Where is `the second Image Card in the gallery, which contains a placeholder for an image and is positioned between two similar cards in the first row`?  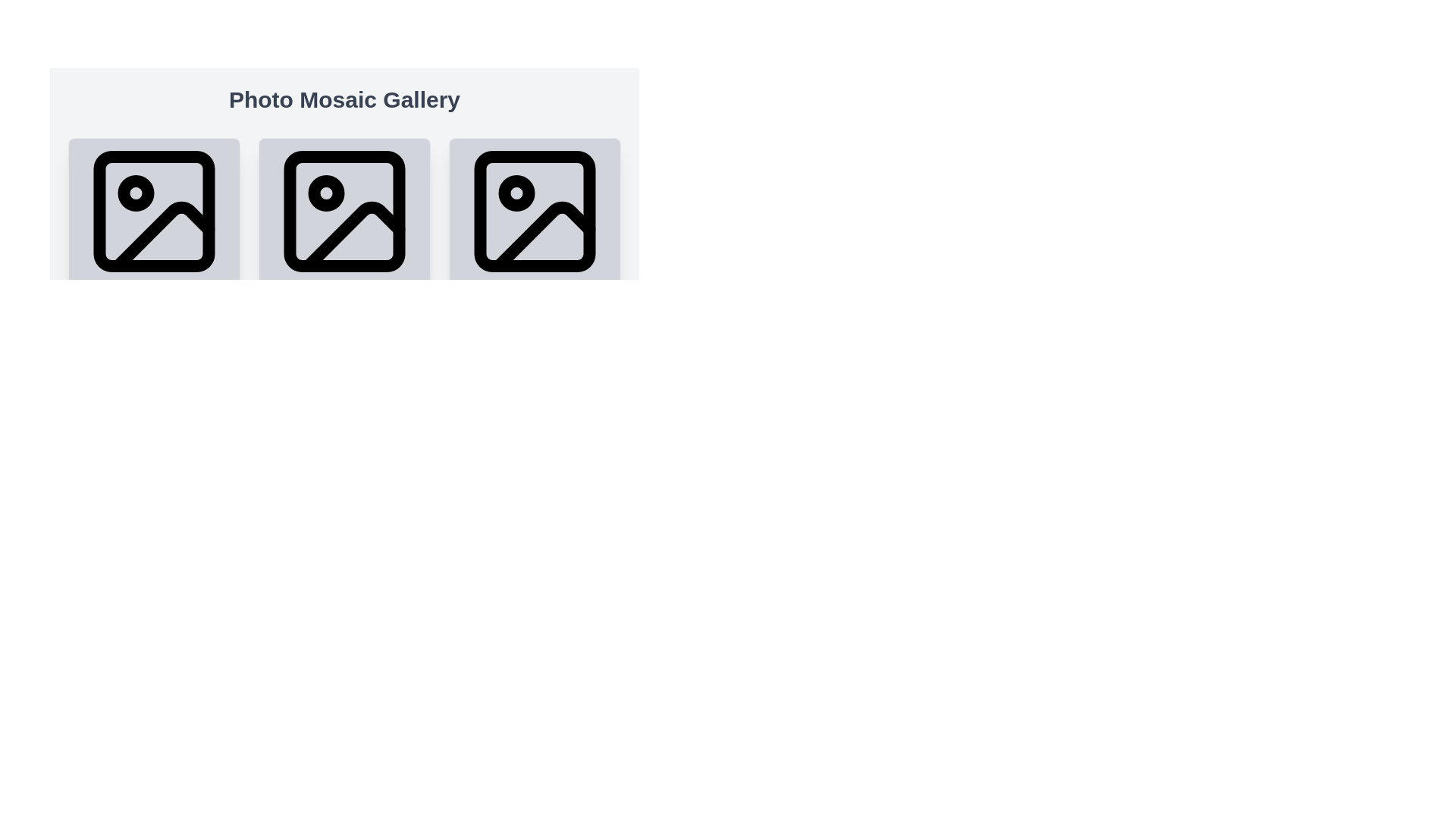 the second Image Card in the gallery, which contains a placeholder for an image and is positioned between two similar cards in the first row is located at coordinates (344, 244).